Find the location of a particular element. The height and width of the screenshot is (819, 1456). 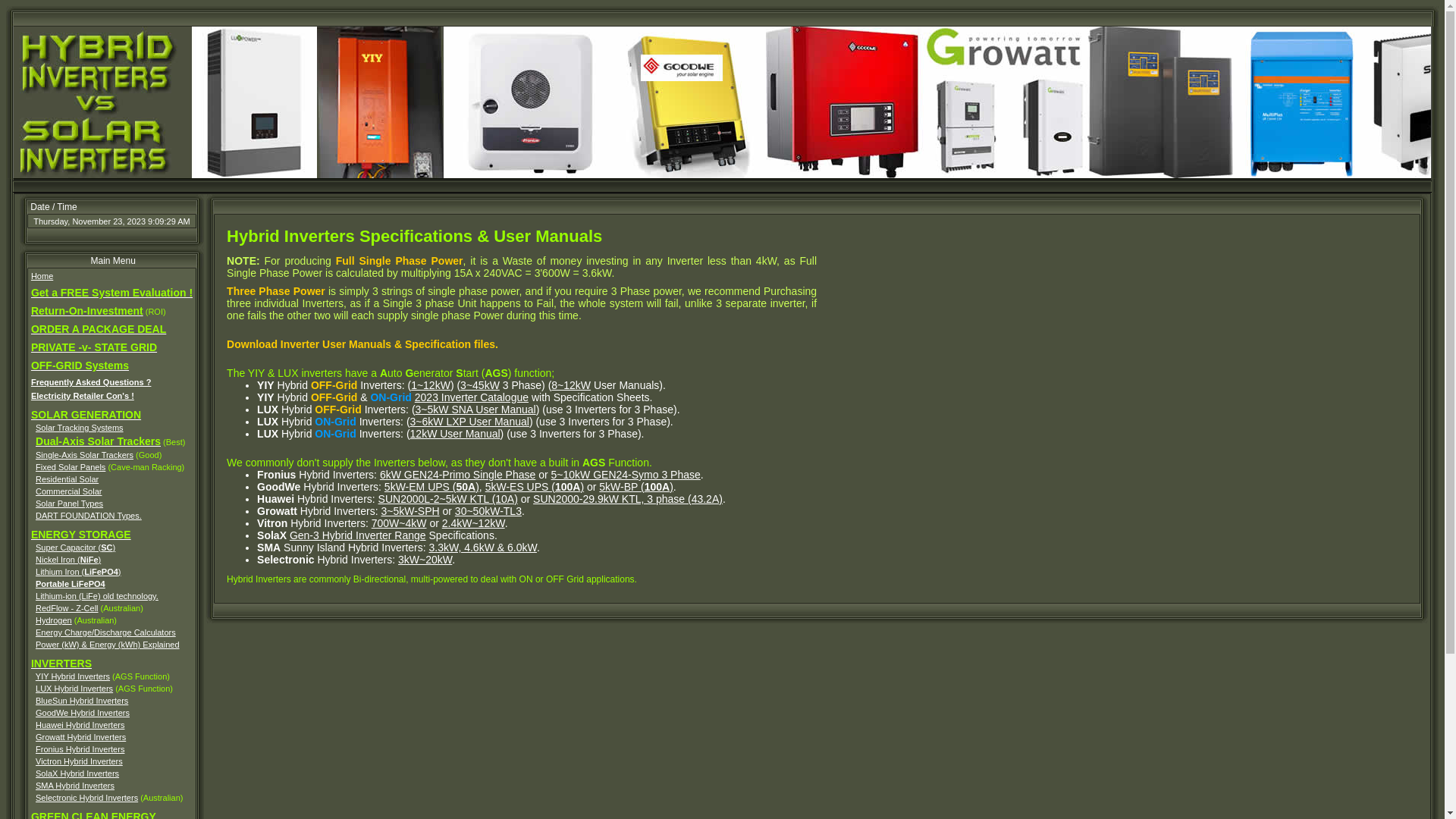

'2.4kW~12kW' is located at coordinates (472, 522).